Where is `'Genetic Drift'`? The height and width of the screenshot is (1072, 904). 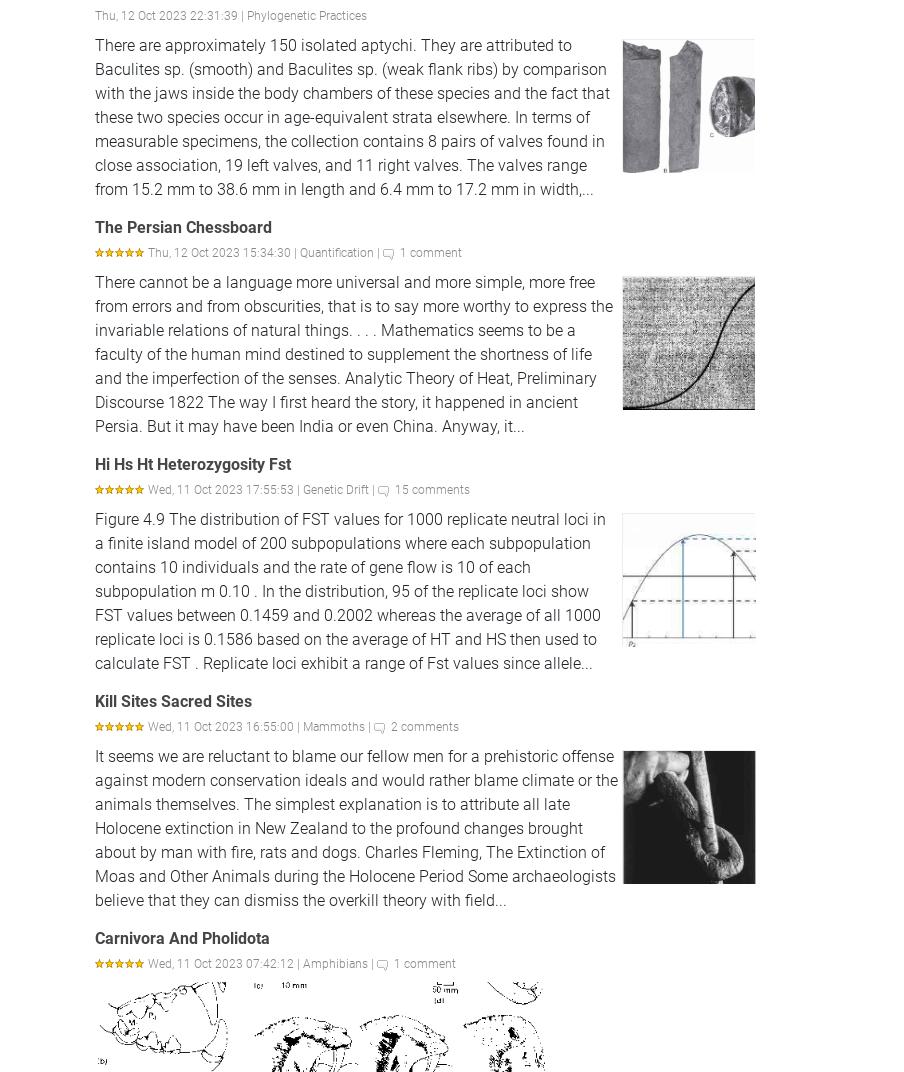
'Genetic Drift' is located at coordinates (303, 489).